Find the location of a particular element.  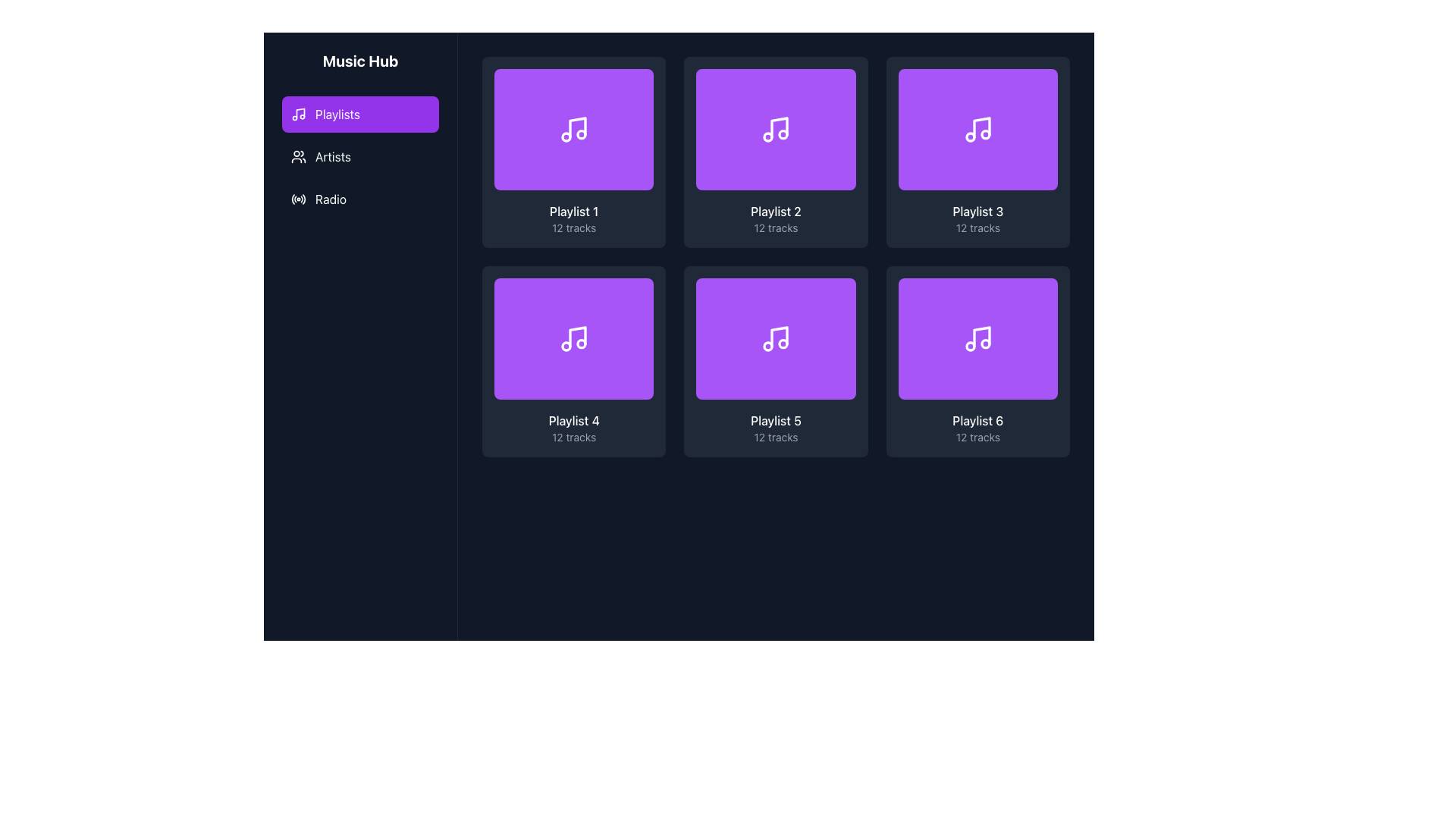

the small circular shape within the SVG icon of the music note on the first playlist card labeled 'Playlist 1' is located at coordinates (581, 133).